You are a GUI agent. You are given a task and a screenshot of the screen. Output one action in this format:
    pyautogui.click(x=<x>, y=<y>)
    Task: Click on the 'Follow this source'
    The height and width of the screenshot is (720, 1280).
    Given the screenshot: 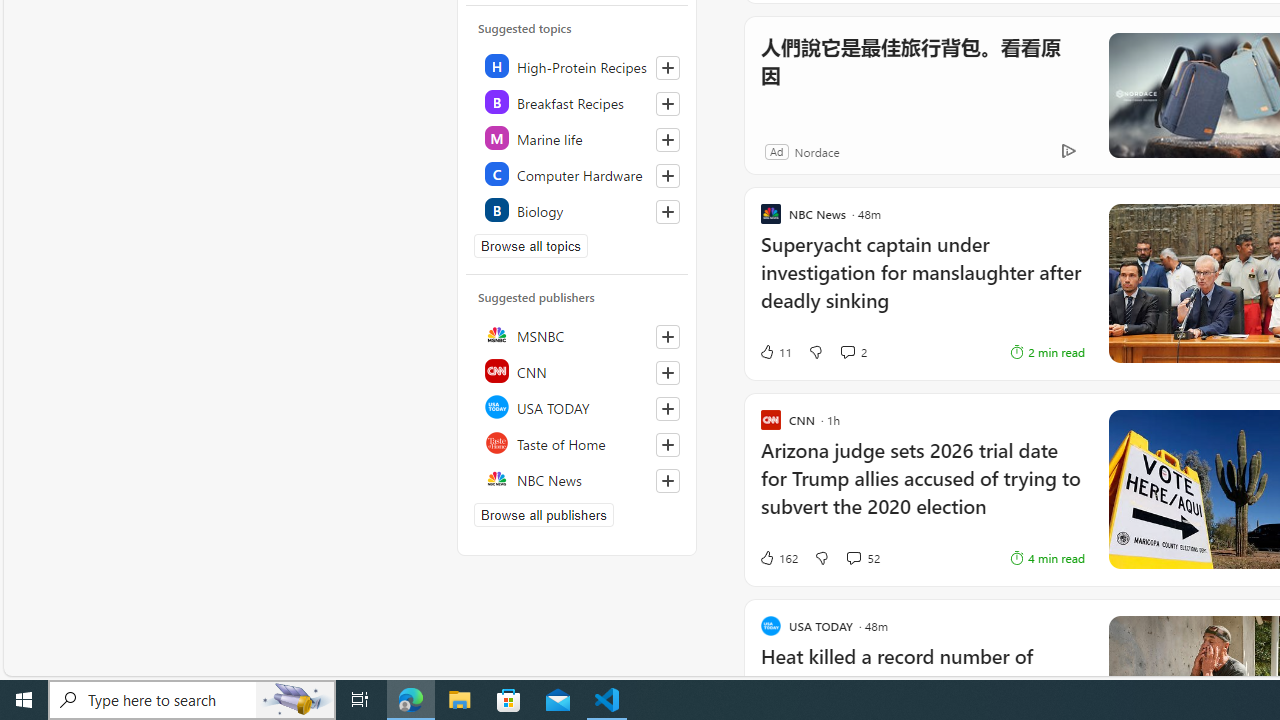 What is the action you would take?
    pyautogui.click(x=668, y=480)
    